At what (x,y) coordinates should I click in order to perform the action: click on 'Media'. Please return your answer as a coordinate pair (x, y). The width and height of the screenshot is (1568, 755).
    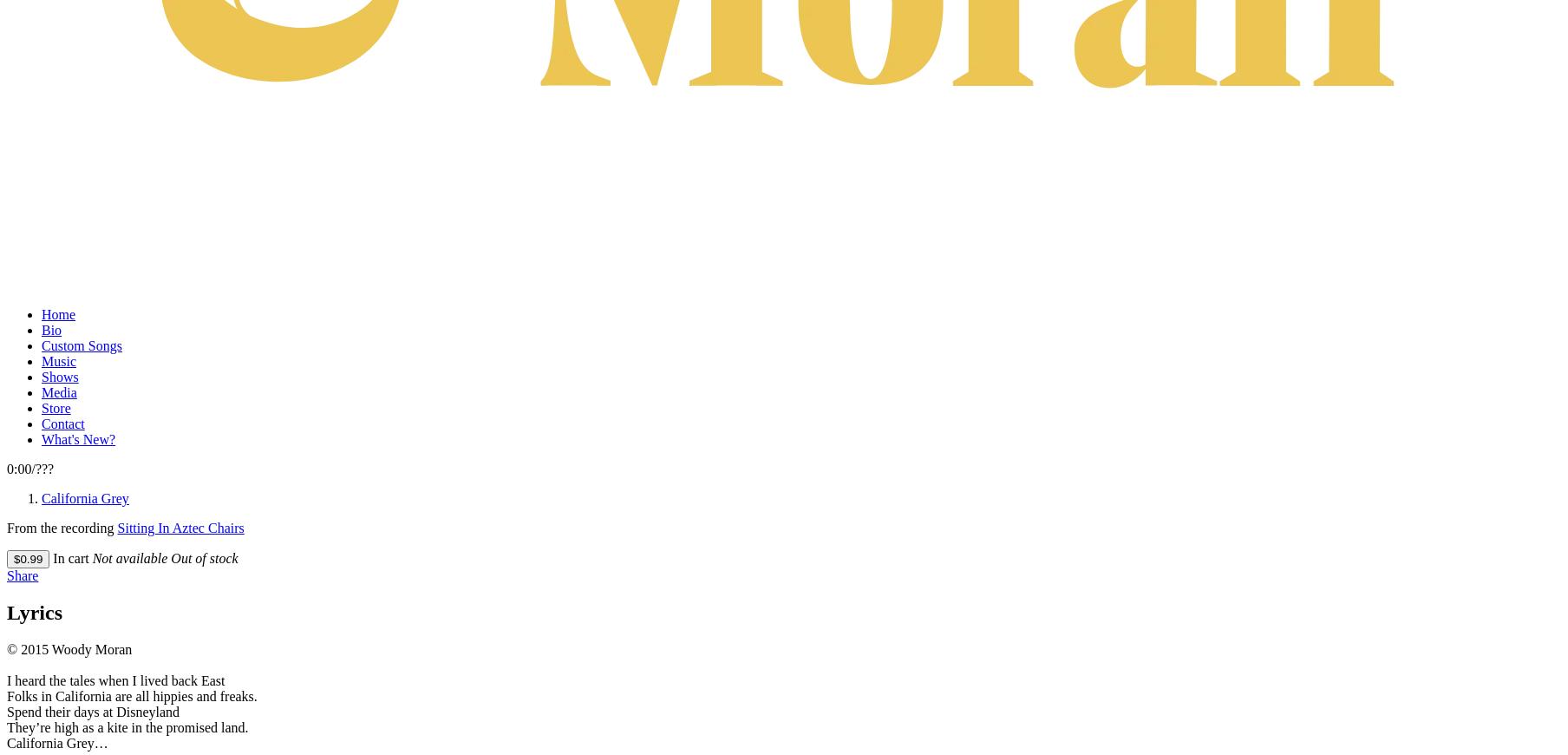
    Looking at the image, I should click on (58, 391).